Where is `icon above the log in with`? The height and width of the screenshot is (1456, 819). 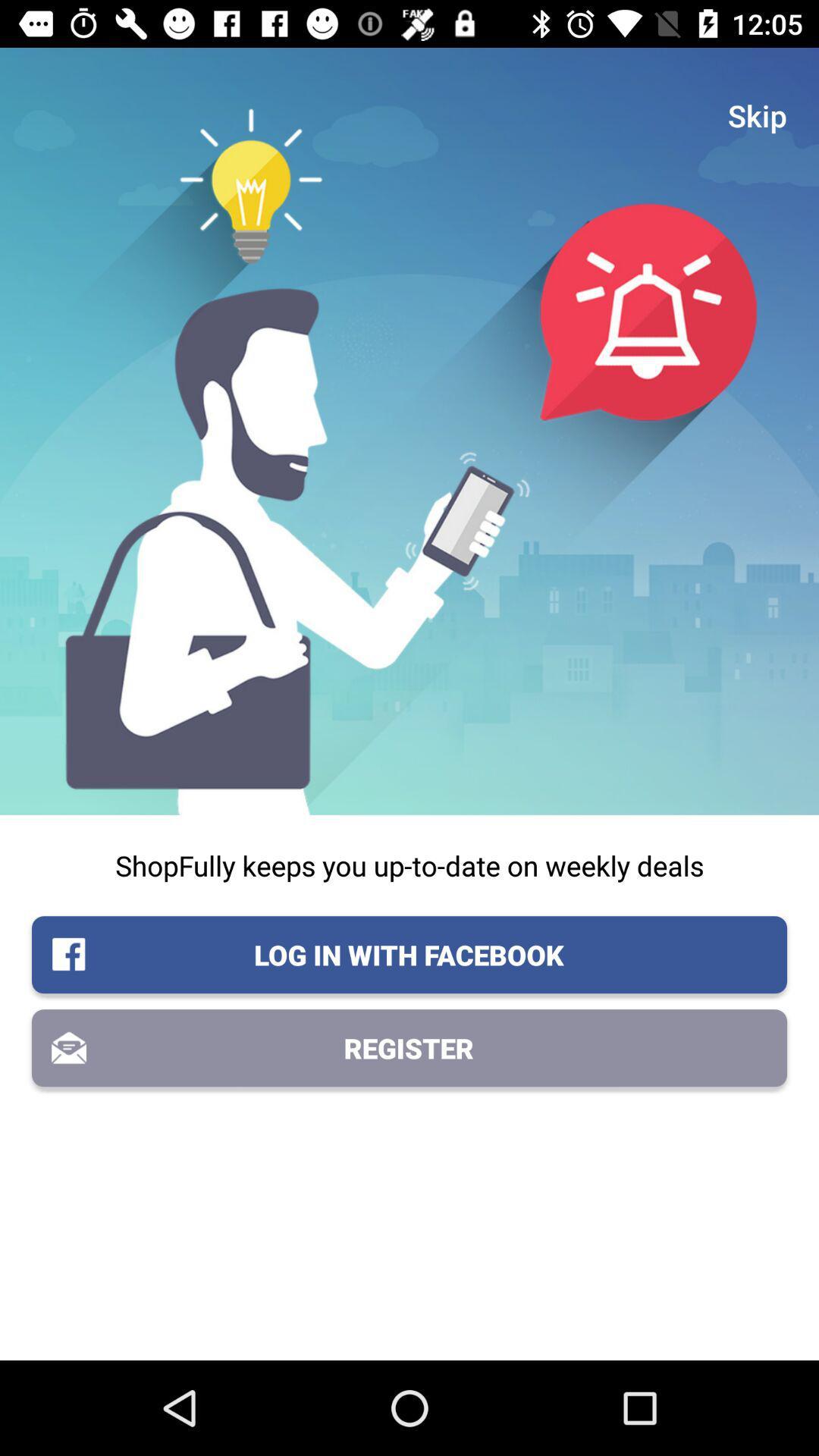
icon above the log in with is located at coordinates (409, 865).